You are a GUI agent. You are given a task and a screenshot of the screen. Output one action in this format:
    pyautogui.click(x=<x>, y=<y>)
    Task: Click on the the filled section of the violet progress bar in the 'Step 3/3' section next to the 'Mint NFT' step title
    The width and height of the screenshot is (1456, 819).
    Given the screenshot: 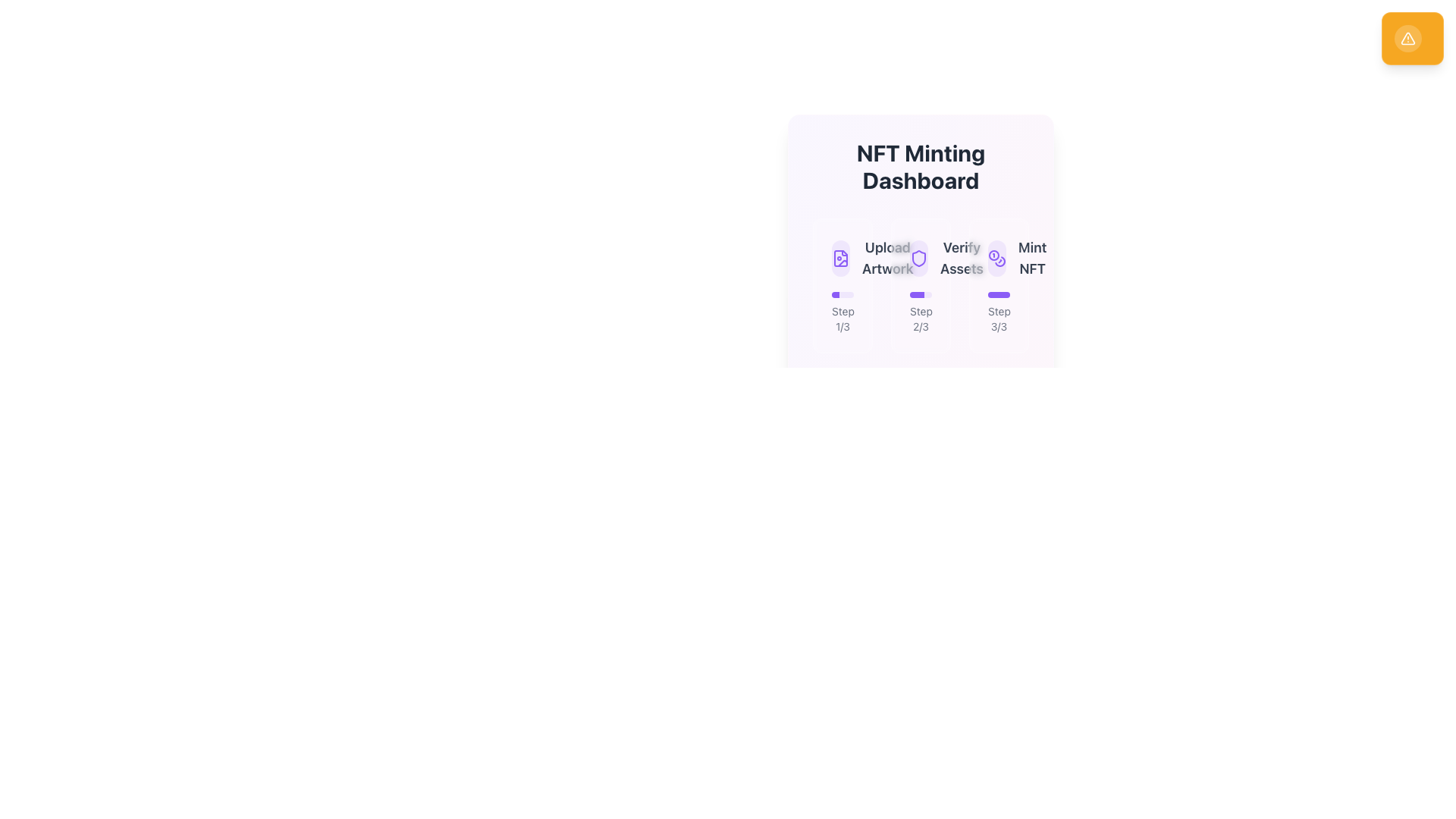 What is the action you would take?
    pyautogui.click(x=999, y=295)
    